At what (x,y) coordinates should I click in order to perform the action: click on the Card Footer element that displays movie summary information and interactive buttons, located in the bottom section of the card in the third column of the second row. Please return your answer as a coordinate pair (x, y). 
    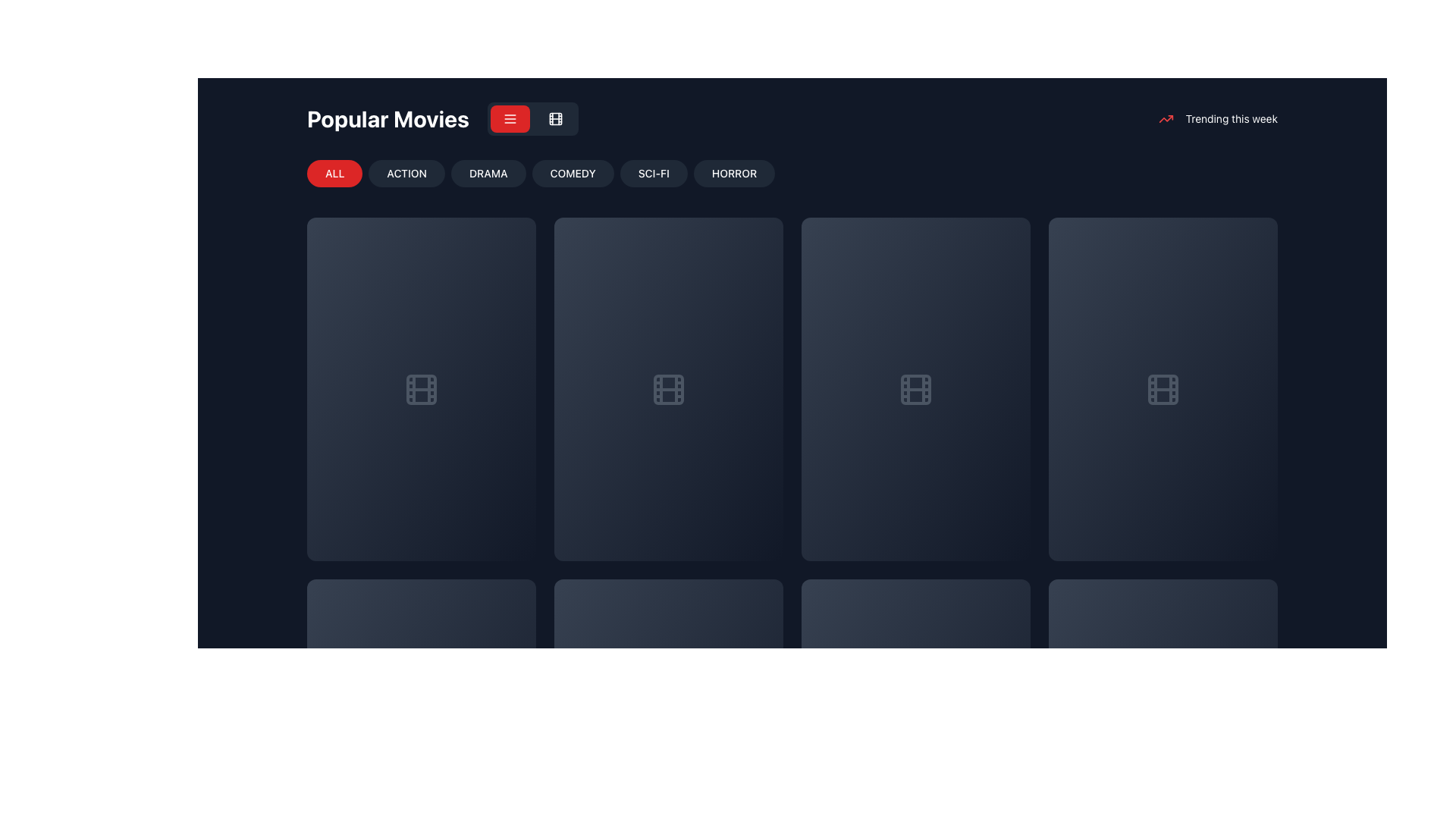
    Looking at the image, I should click on (915, 493).